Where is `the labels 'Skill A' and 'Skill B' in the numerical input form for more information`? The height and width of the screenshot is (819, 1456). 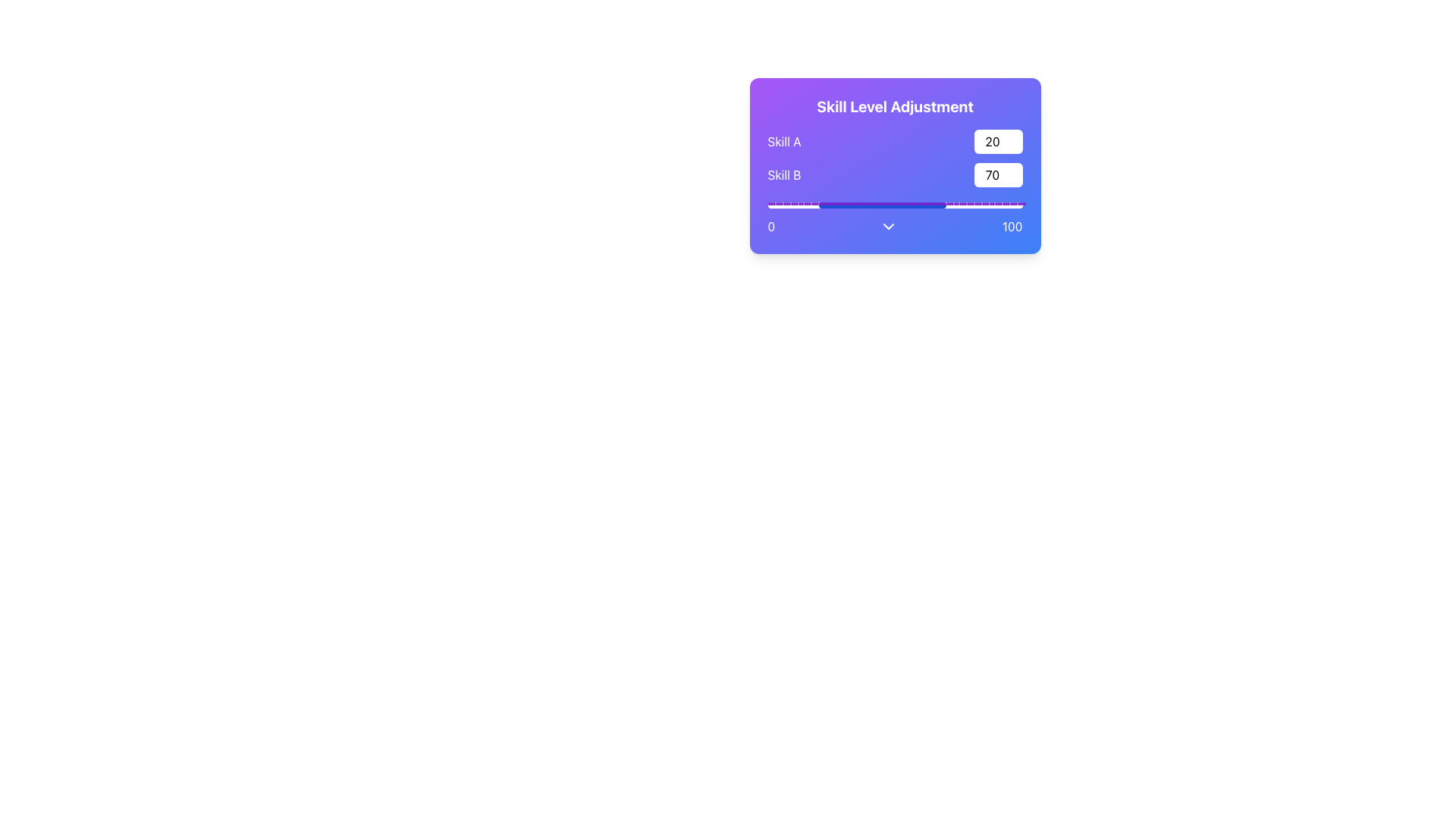 the labels 'Skill A' and 'Skill B' in the numerical input form for more information is located at coordinates (895, 158).